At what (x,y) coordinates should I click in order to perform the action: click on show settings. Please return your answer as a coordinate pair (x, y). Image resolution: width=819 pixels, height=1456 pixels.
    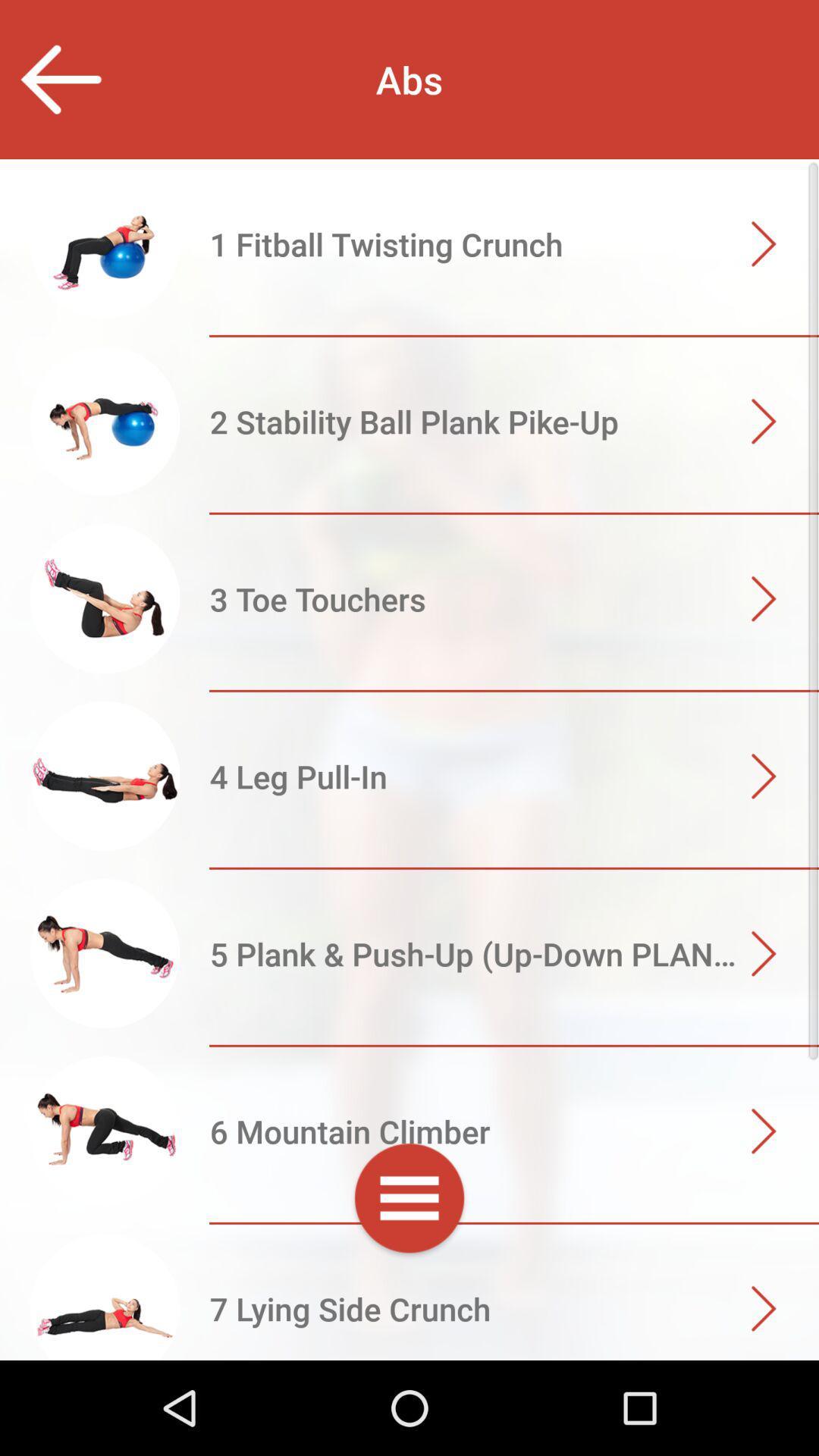
    Looking at the image, I should click on (409, 1200).